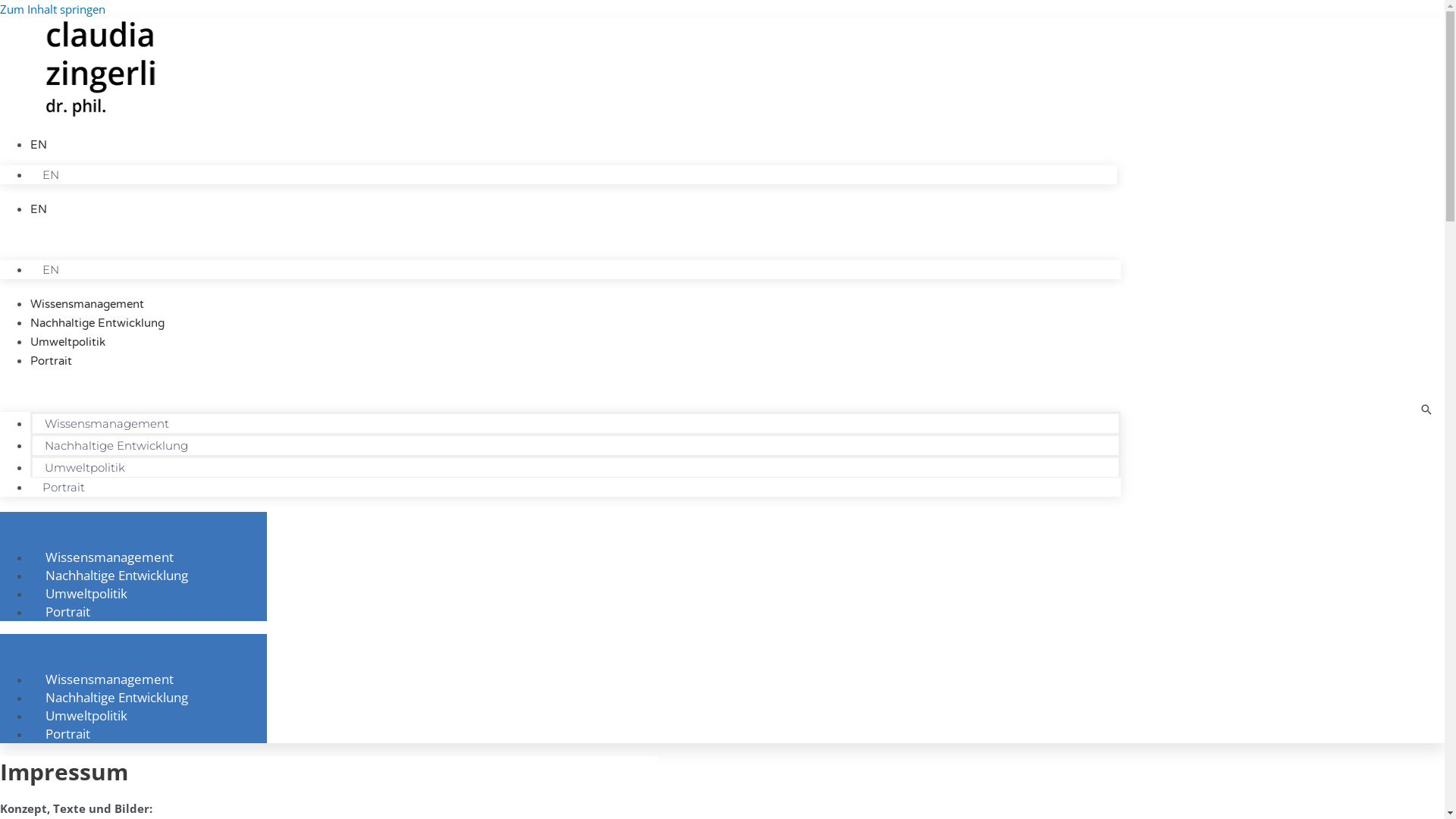 The image size is (1456, 819). Describe the element at coordinates (30, 174) in the screenshot. I see `'EN'` at that location.